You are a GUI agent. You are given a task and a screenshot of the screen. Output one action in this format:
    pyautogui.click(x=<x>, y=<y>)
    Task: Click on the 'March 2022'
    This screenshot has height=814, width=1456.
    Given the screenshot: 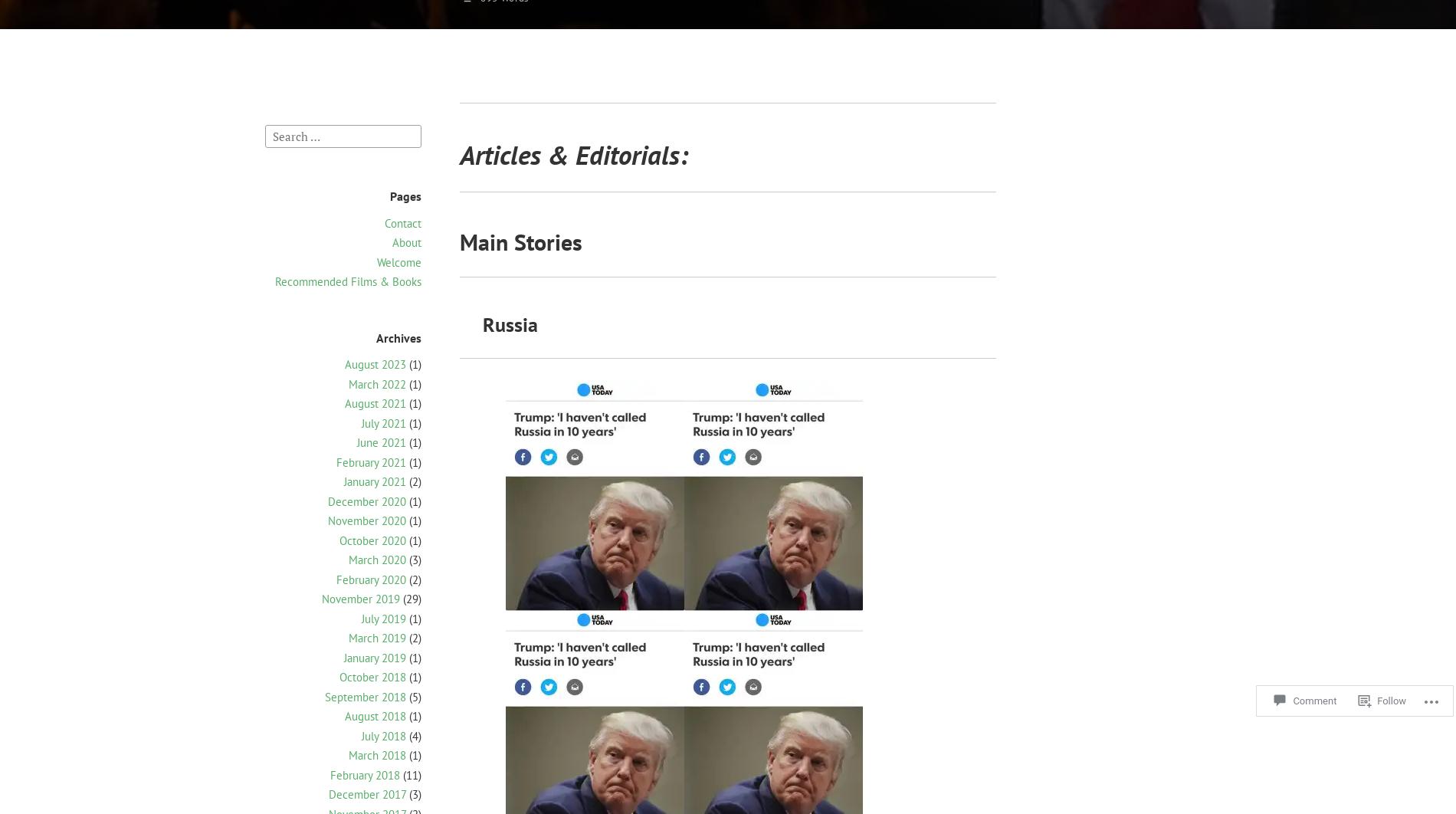 What is the action you would take?
    pyautogui.click(x=377, y=382)
    